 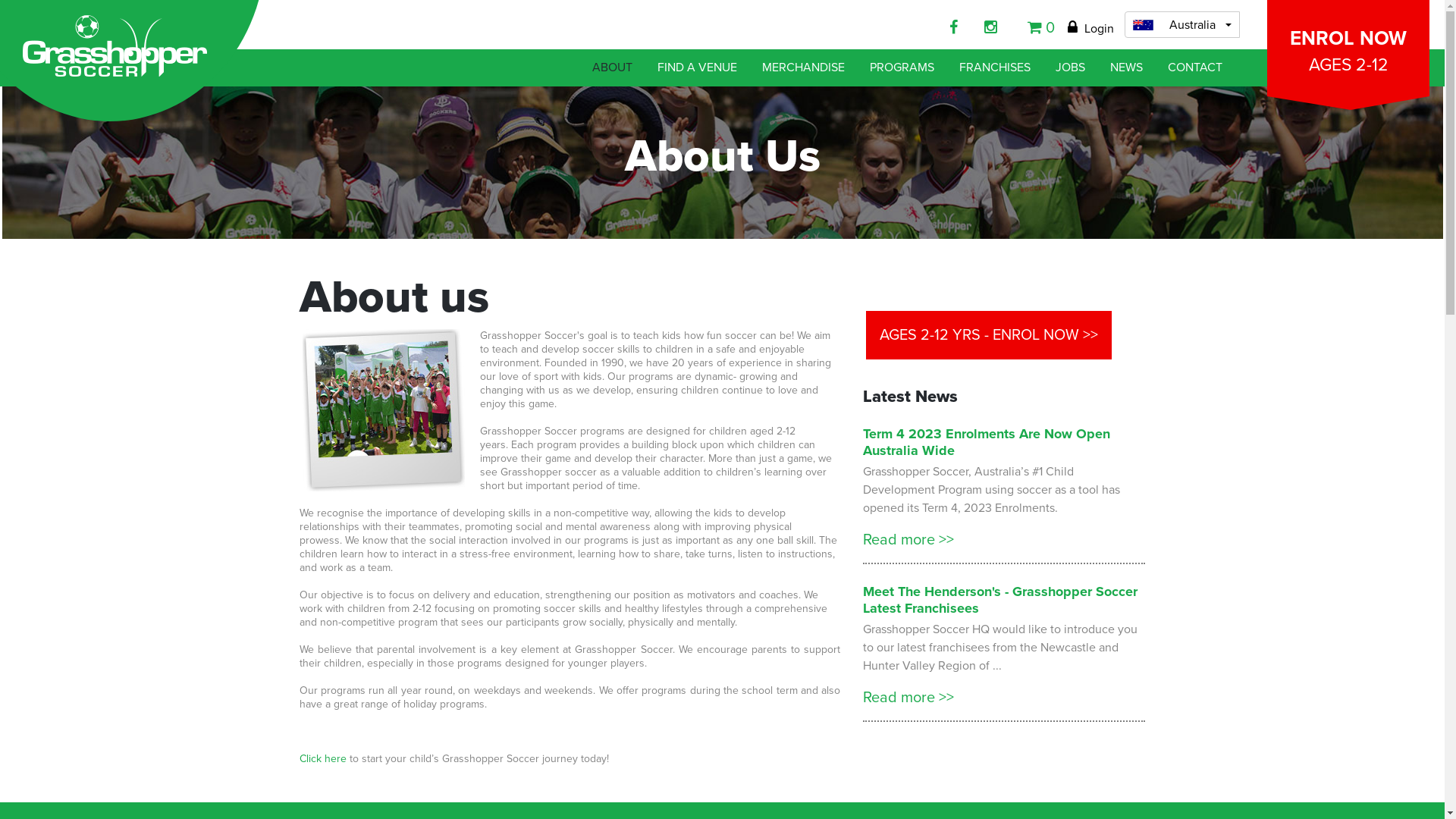 What do you see at coordinates (1126, 67) in the screenshot?
I see `'NEWS'` at bounding box center [1126, 67].